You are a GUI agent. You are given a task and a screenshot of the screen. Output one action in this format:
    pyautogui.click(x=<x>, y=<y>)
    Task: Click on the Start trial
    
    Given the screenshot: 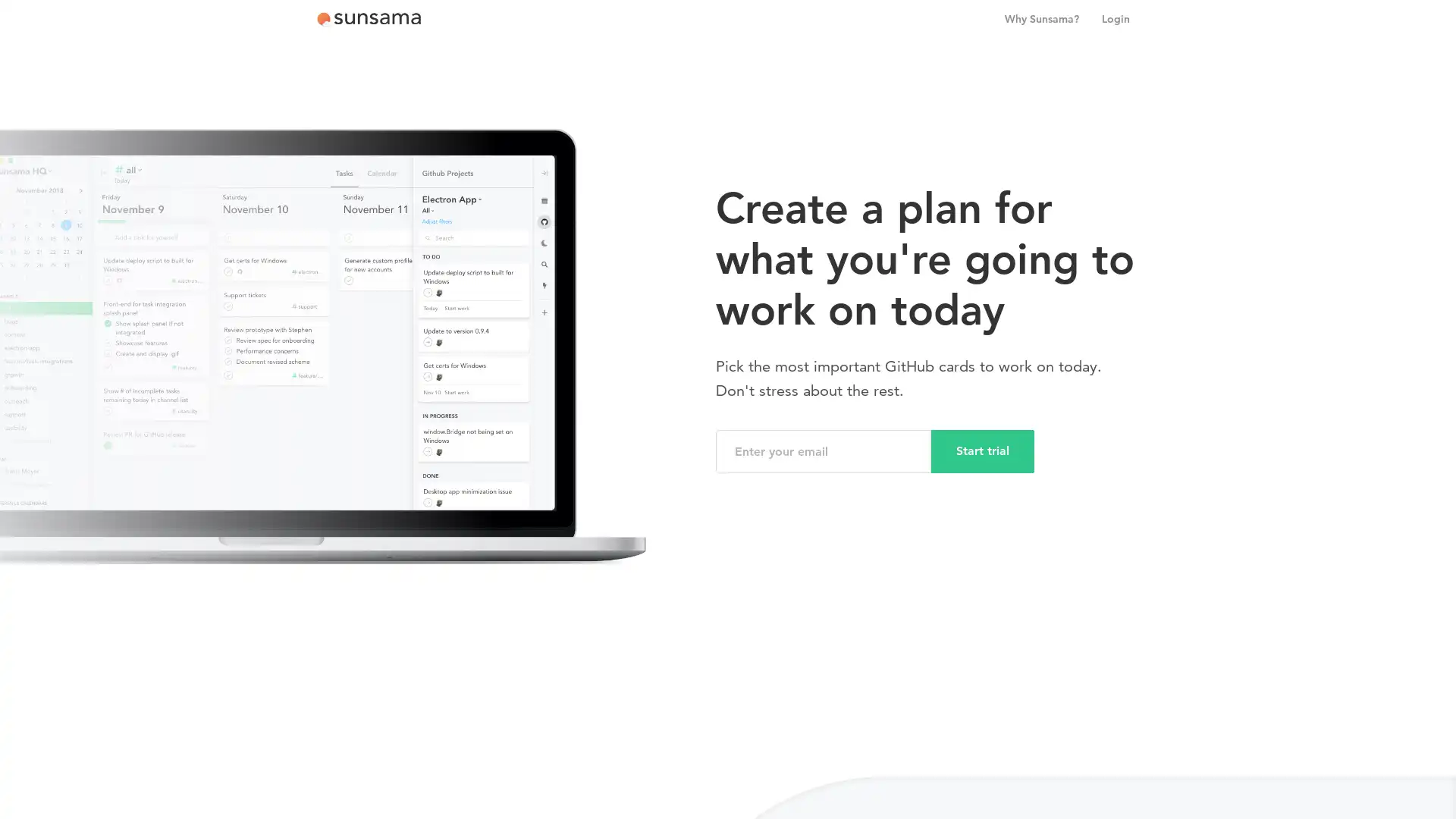 What is the action you would take?
    pyautogui.click(x=983, y=450)
    